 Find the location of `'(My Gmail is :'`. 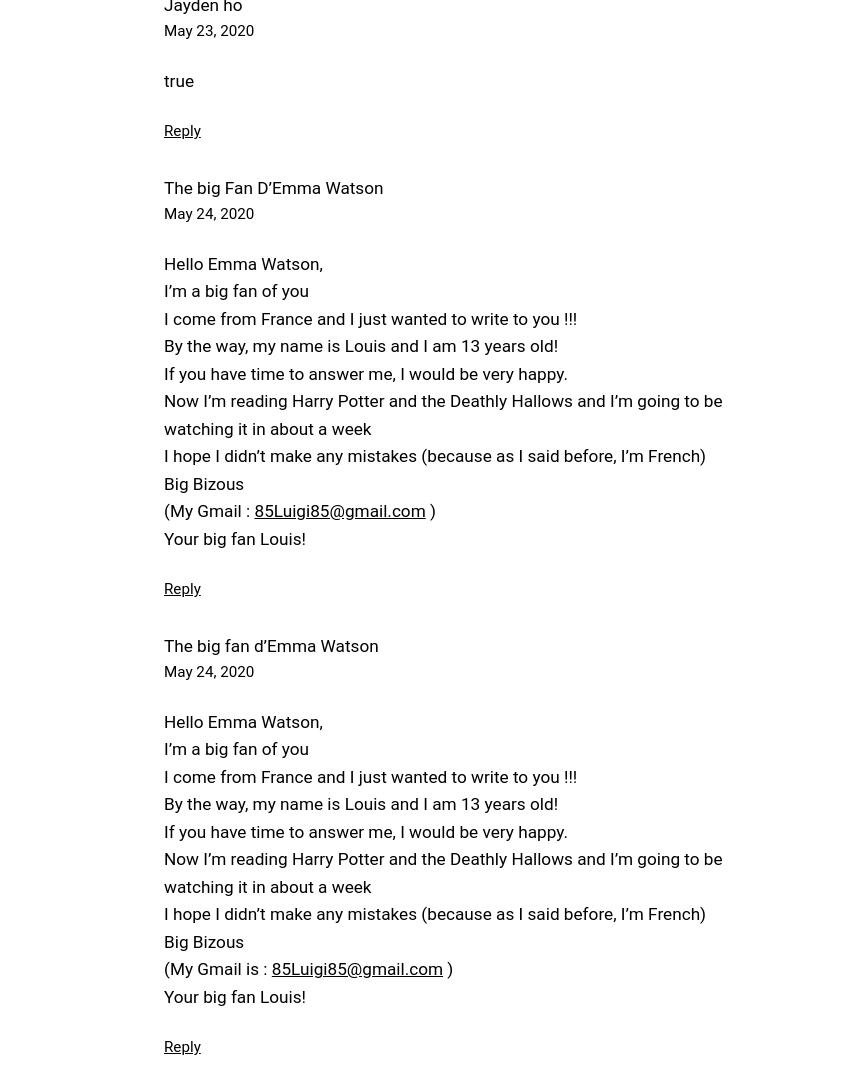

'(My Gmail is :' is located at coordinates (217, 967).